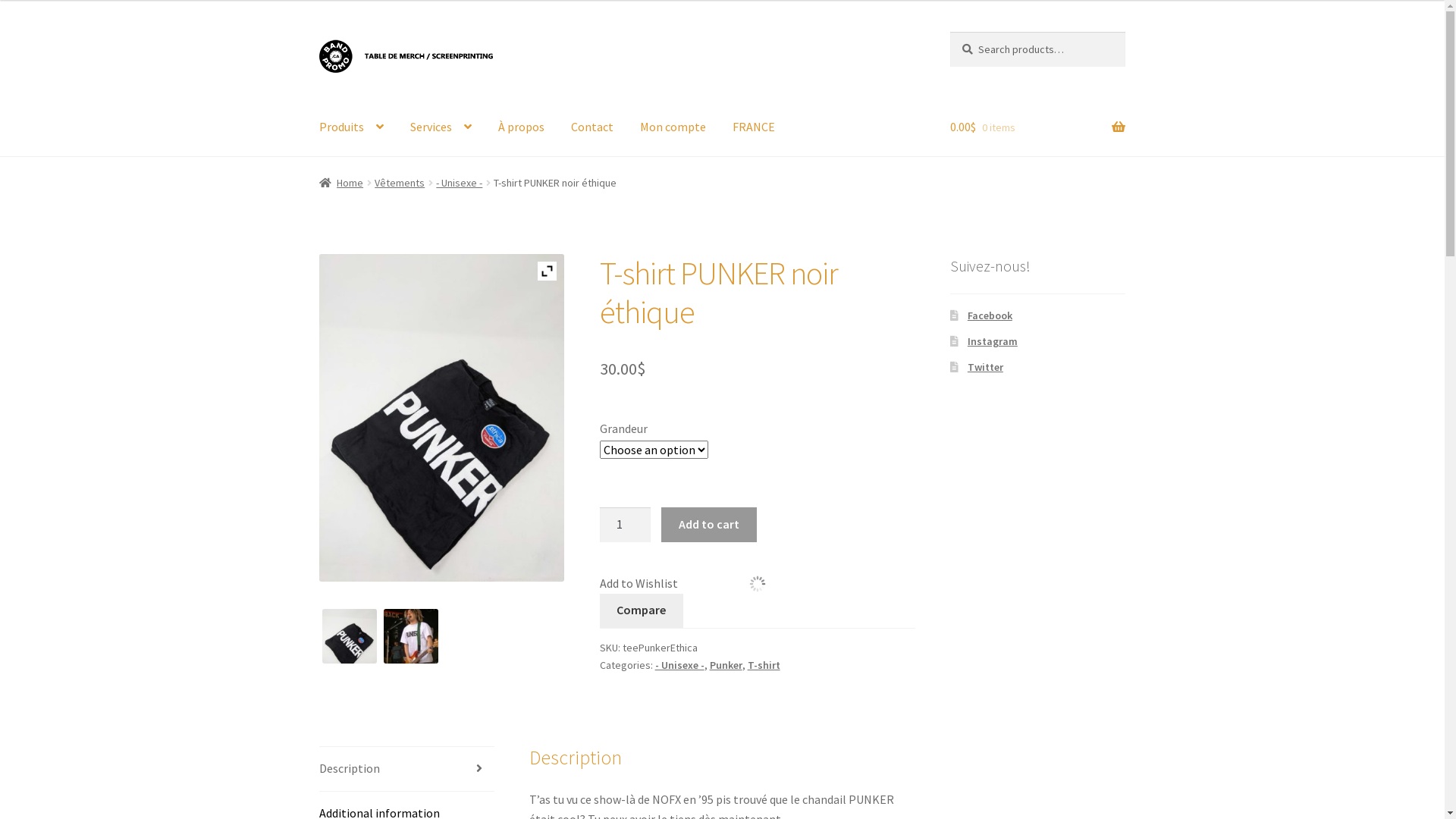 Image resolution: width=1456 pixels, height=819 pixels. I want to click on 'Services', so click(397, 127).